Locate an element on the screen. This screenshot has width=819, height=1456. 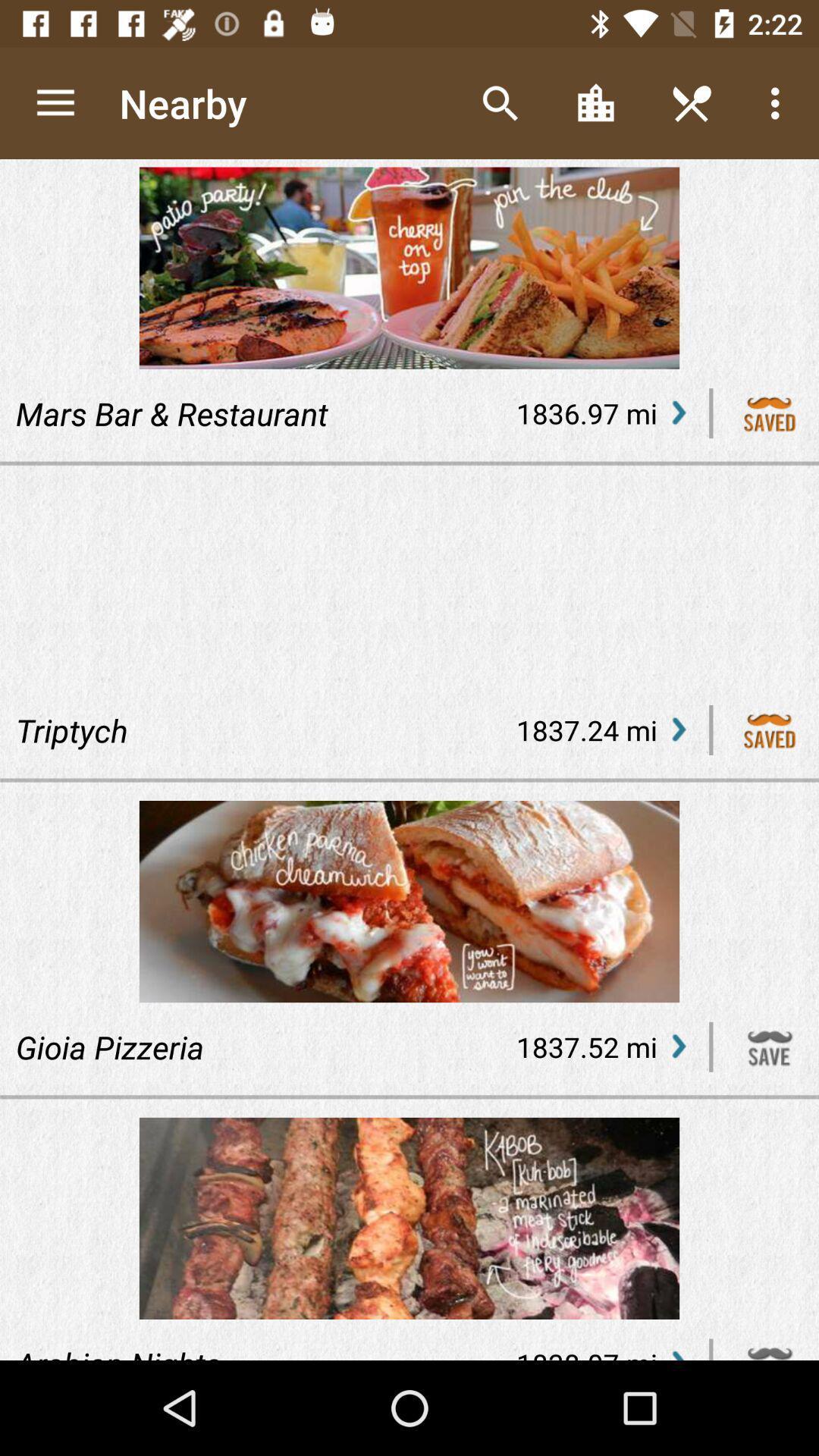
saved restaurant is located at coordinates (770, 413).